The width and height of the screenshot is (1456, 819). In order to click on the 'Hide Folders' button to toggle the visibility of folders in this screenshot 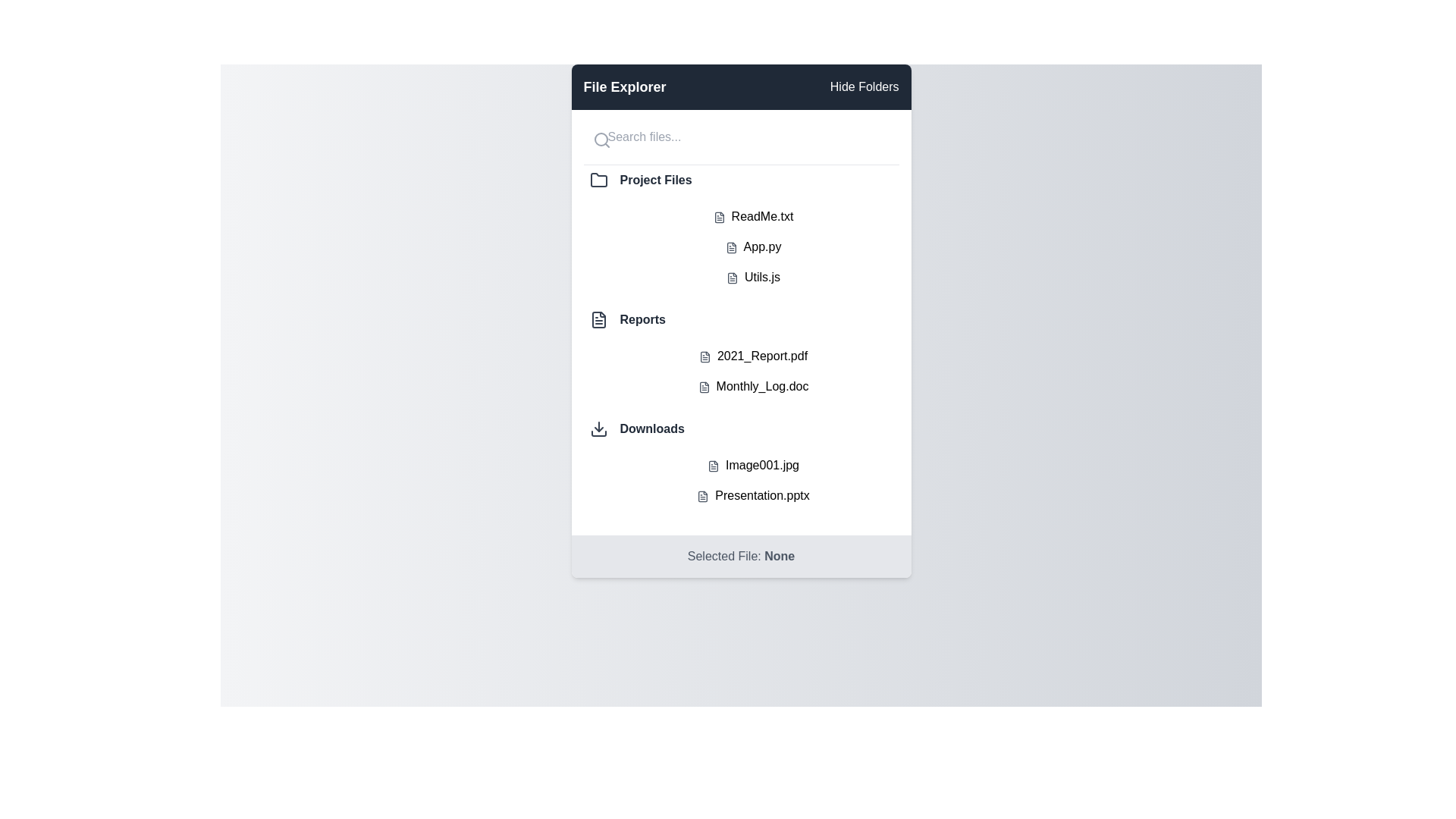, I will do `click(864, 87)`.